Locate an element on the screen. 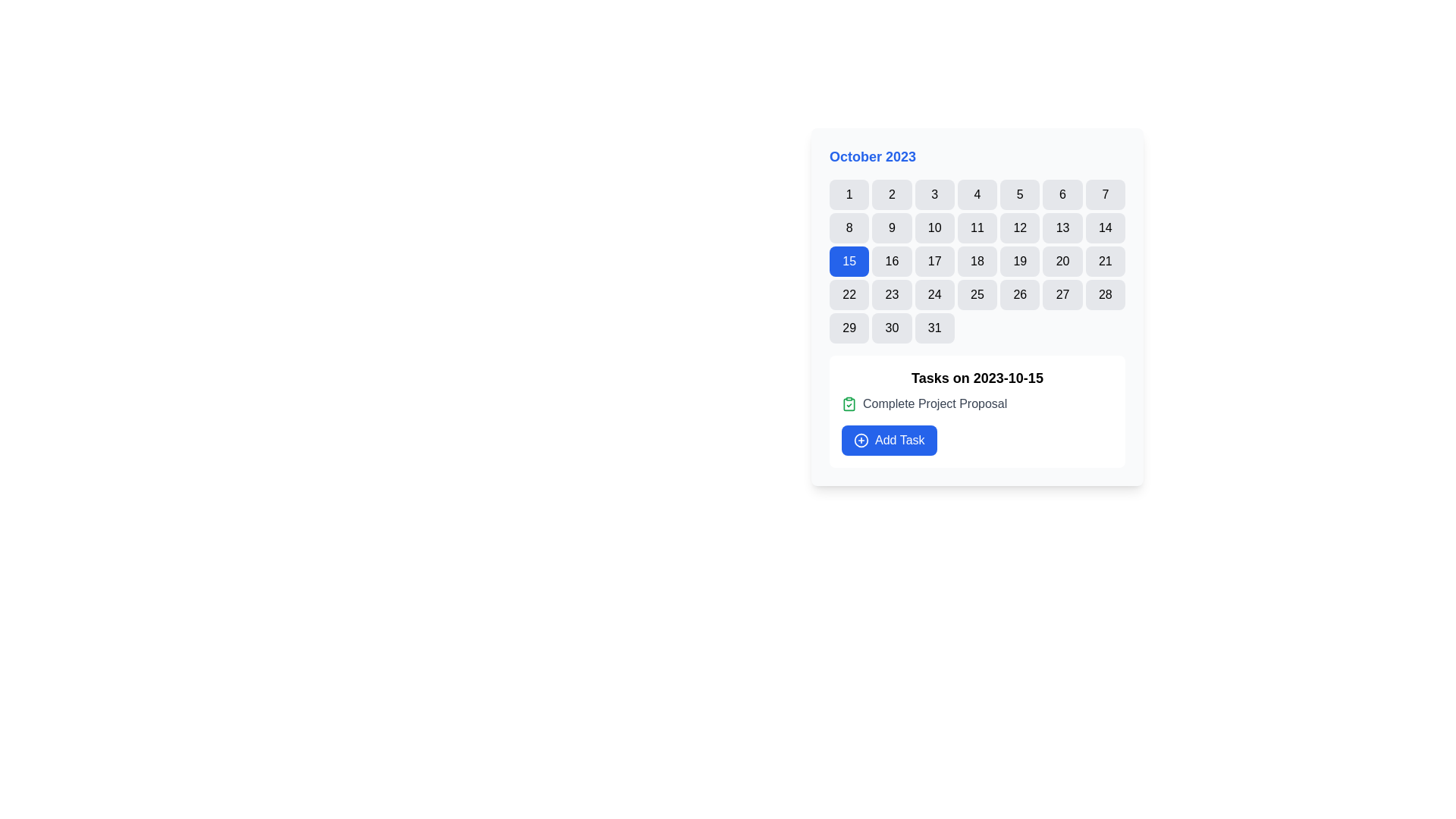 Image resolution: width=1456 pixels, height=819 pixels. the button representing the fourth day of the calendar is located at coordinates (977, 194).